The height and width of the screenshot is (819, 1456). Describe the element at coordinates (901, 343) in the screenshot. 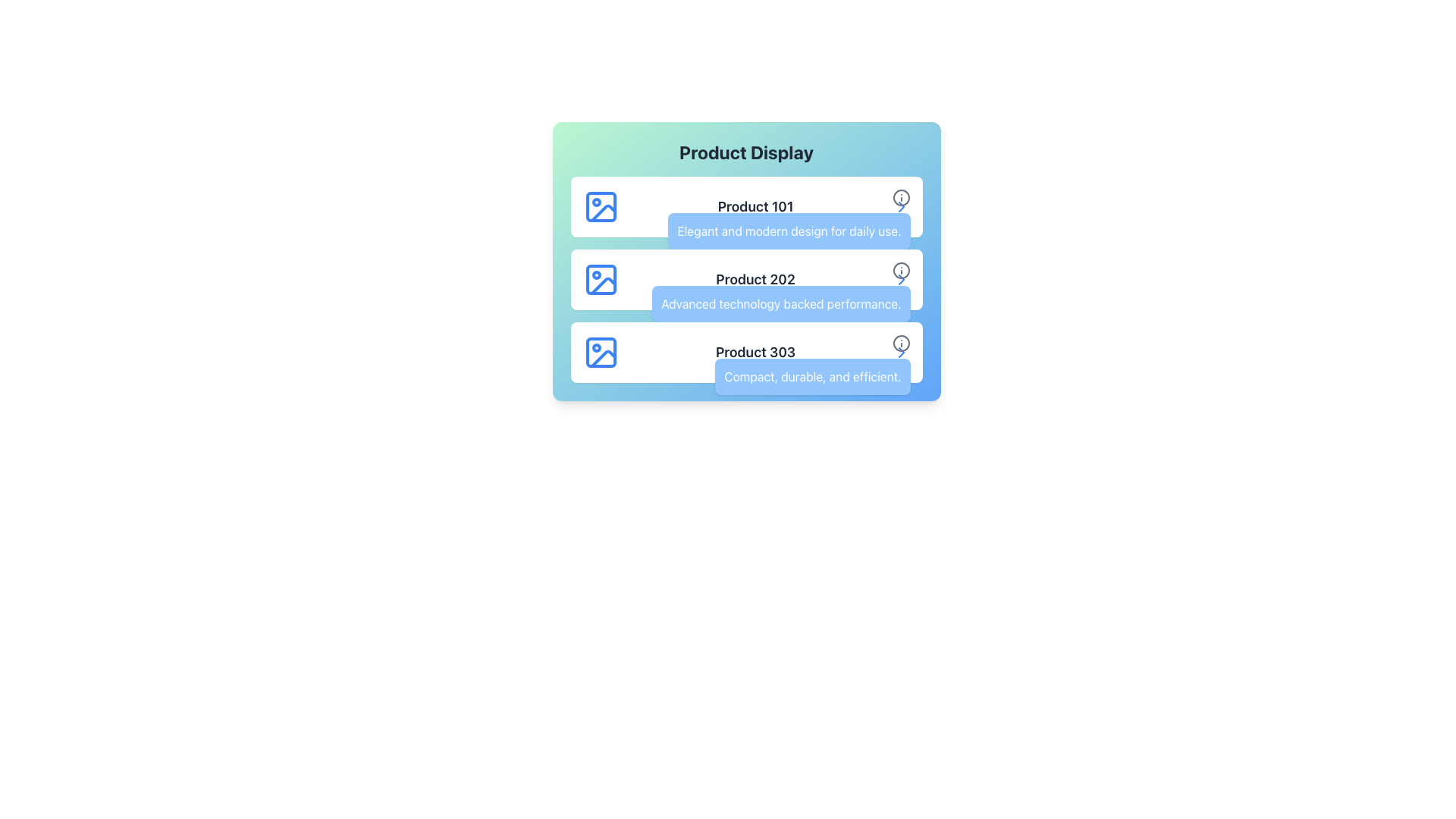

I see `the SVG Circle that serves as the circular boundary of the information icon located to the far right of the 'Product 303' section` at that location.